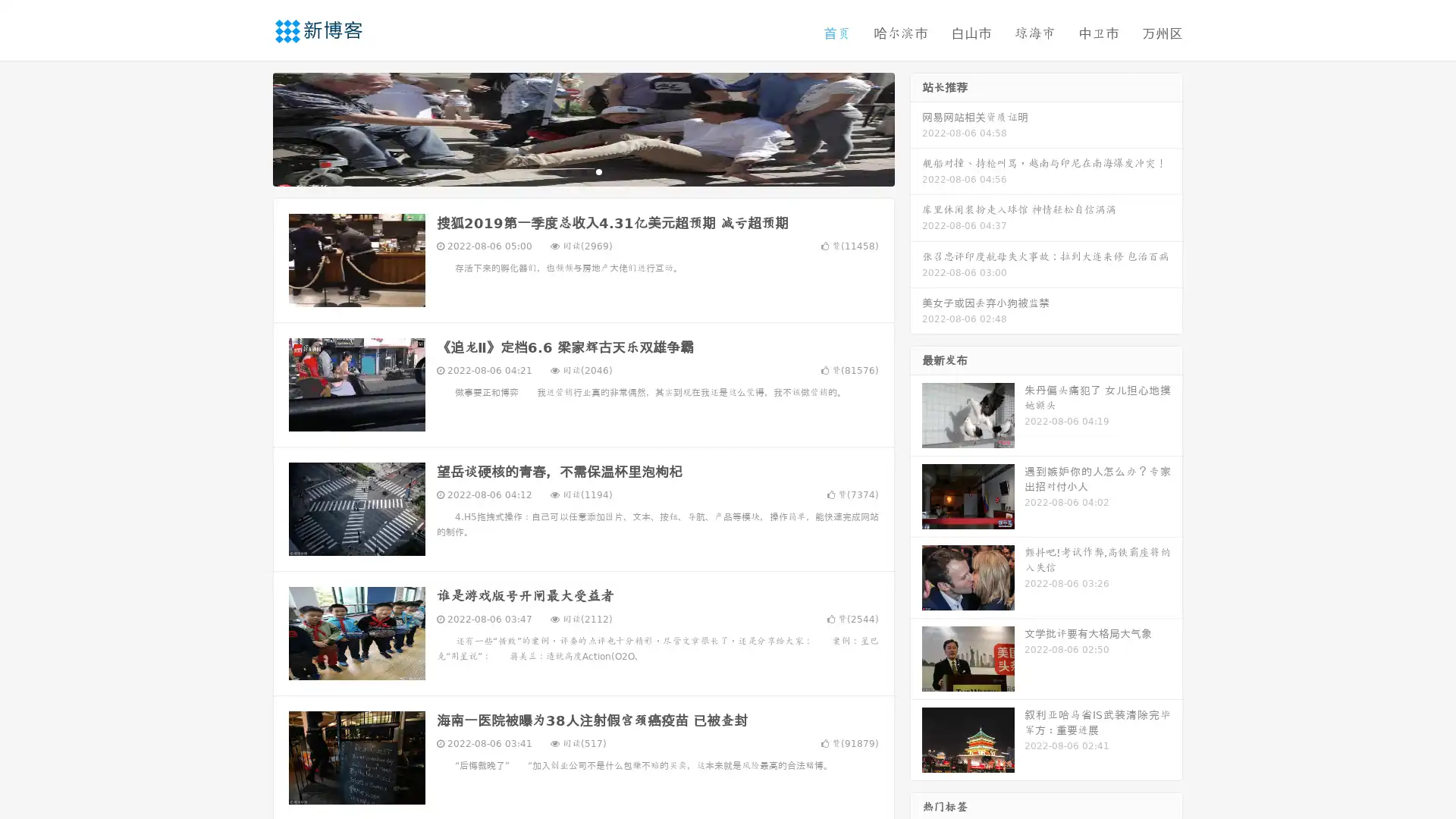 Image resolution: width=1456 pixels, height=819 pixels. Describe the element at coordinates (916, 127) in the screenshot. I see `Next slide` at that location.